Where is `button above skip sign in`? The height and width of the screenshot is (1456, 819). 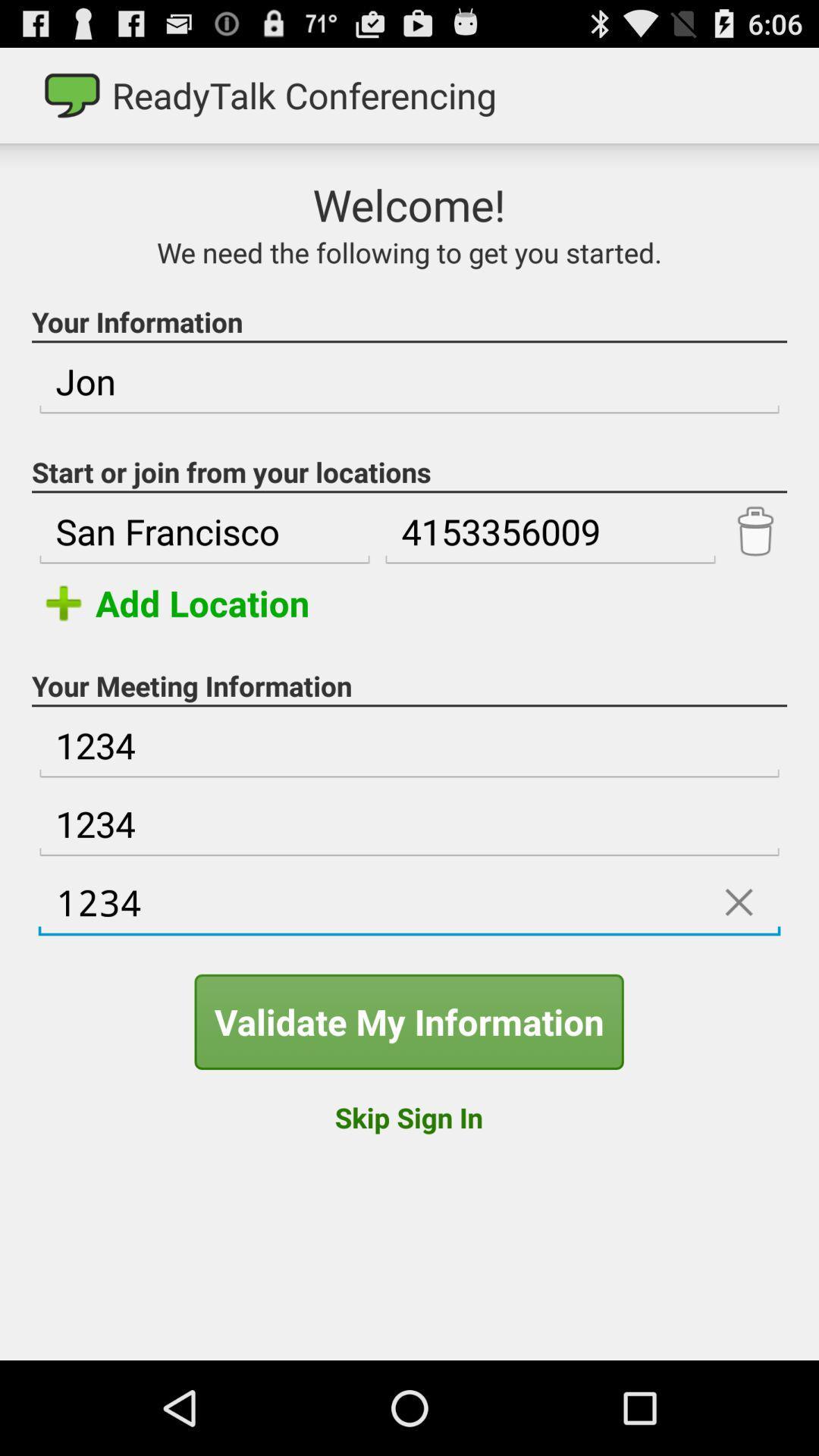 button above skip sign in is located at coordinates (408, 1021).